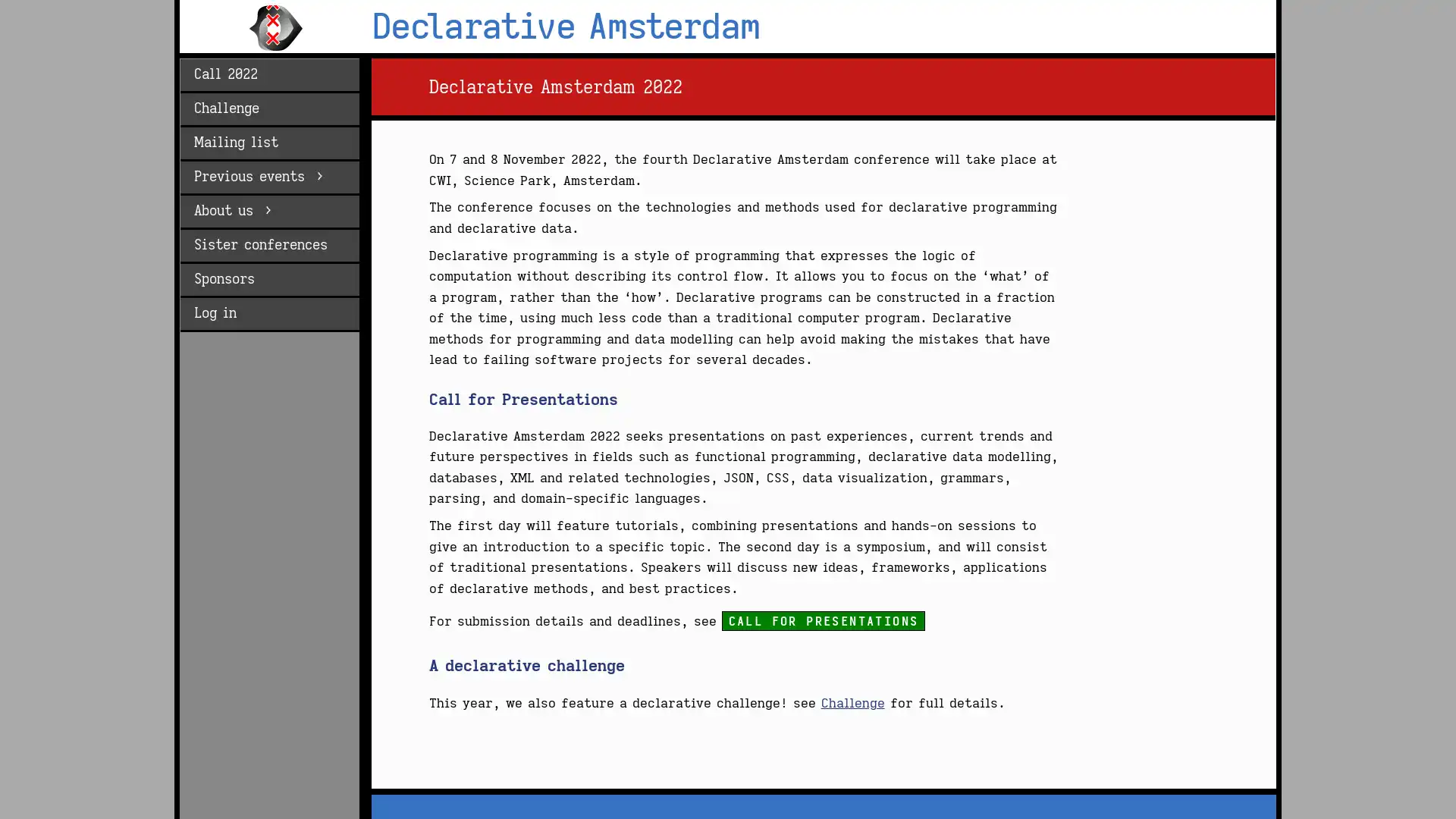 This screenshot has width=1456, height=819. What do you see at coordinates (822, 620) in the screenshot?
I see `CALL FOR PRESENTATIONS` at bounding box center [822, 620].